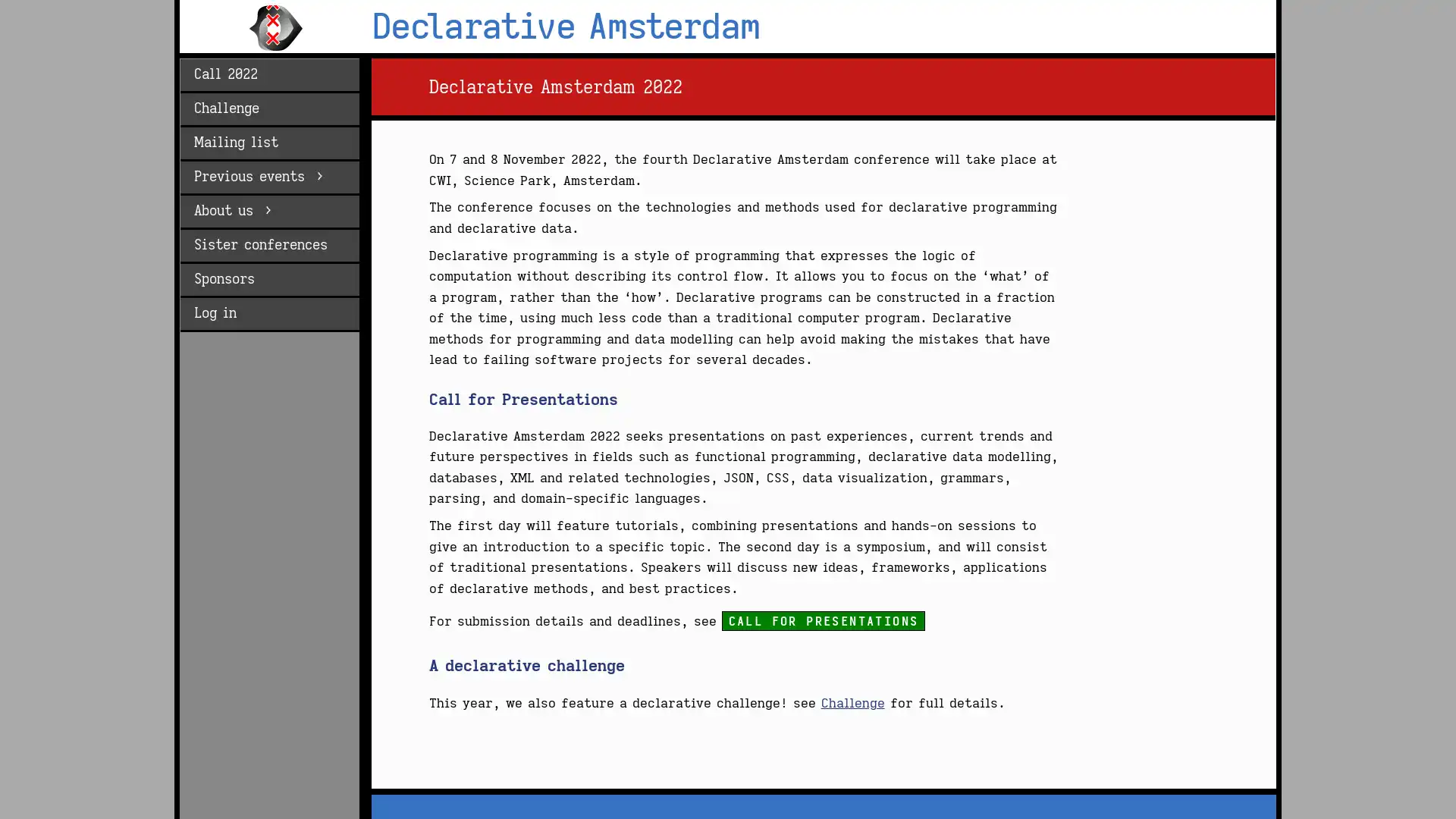 This screenshot has width=1456, height=819. What do you see at coordinates (822, 620) in the screenshot?
I see `CALL FOR PRESENTATIONS` at bounding box center [822, 620].